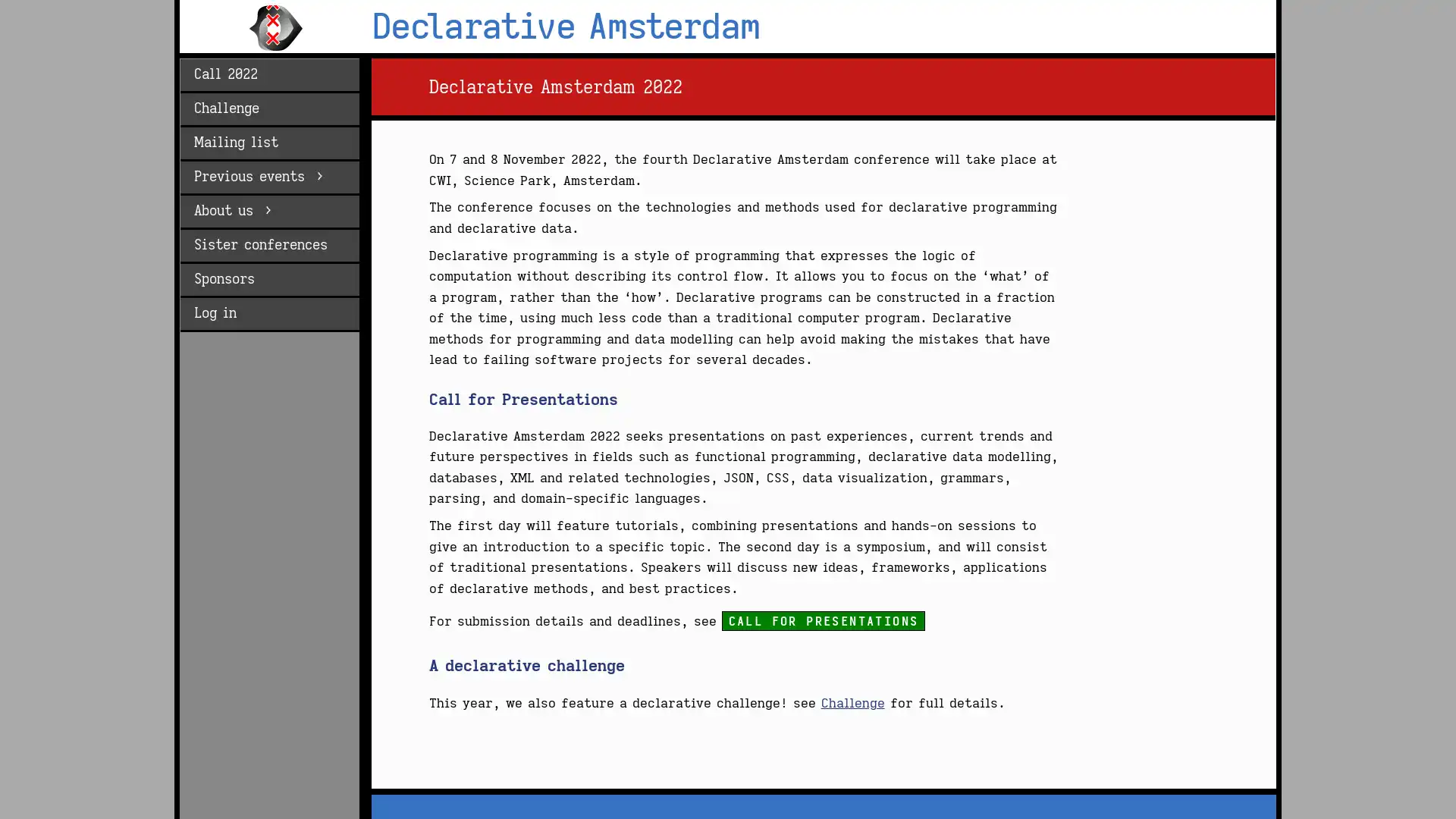 This screenshot has width=1456, height=819. What do you see at coordinates (822, 620) in the screenshot?
I see `CALL FOR PRESENTATIONS` at bounding box center [822, 620].